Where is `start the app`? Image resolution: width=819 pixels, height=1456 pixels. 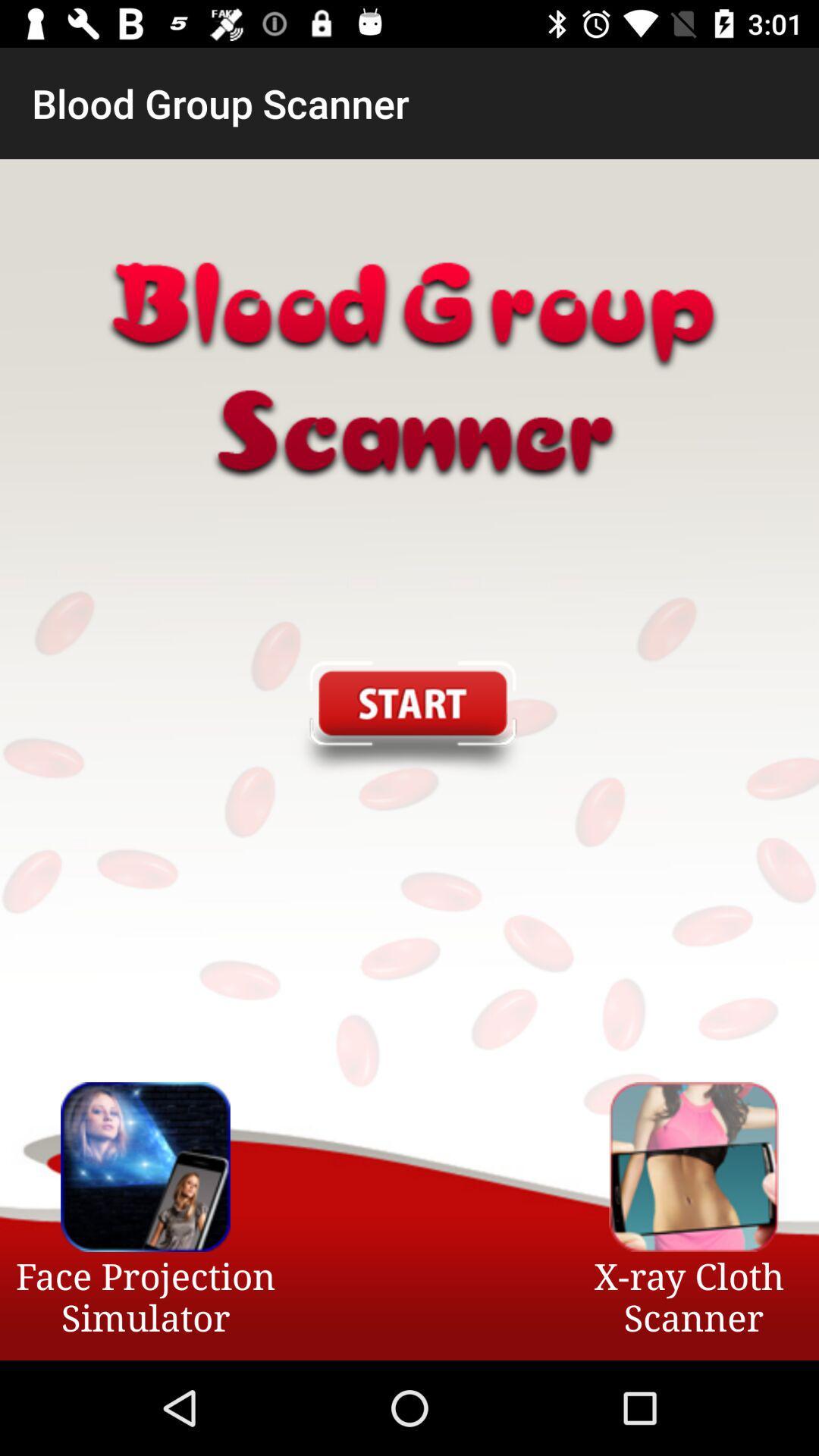
start the app is located at coordinates (408, 719).